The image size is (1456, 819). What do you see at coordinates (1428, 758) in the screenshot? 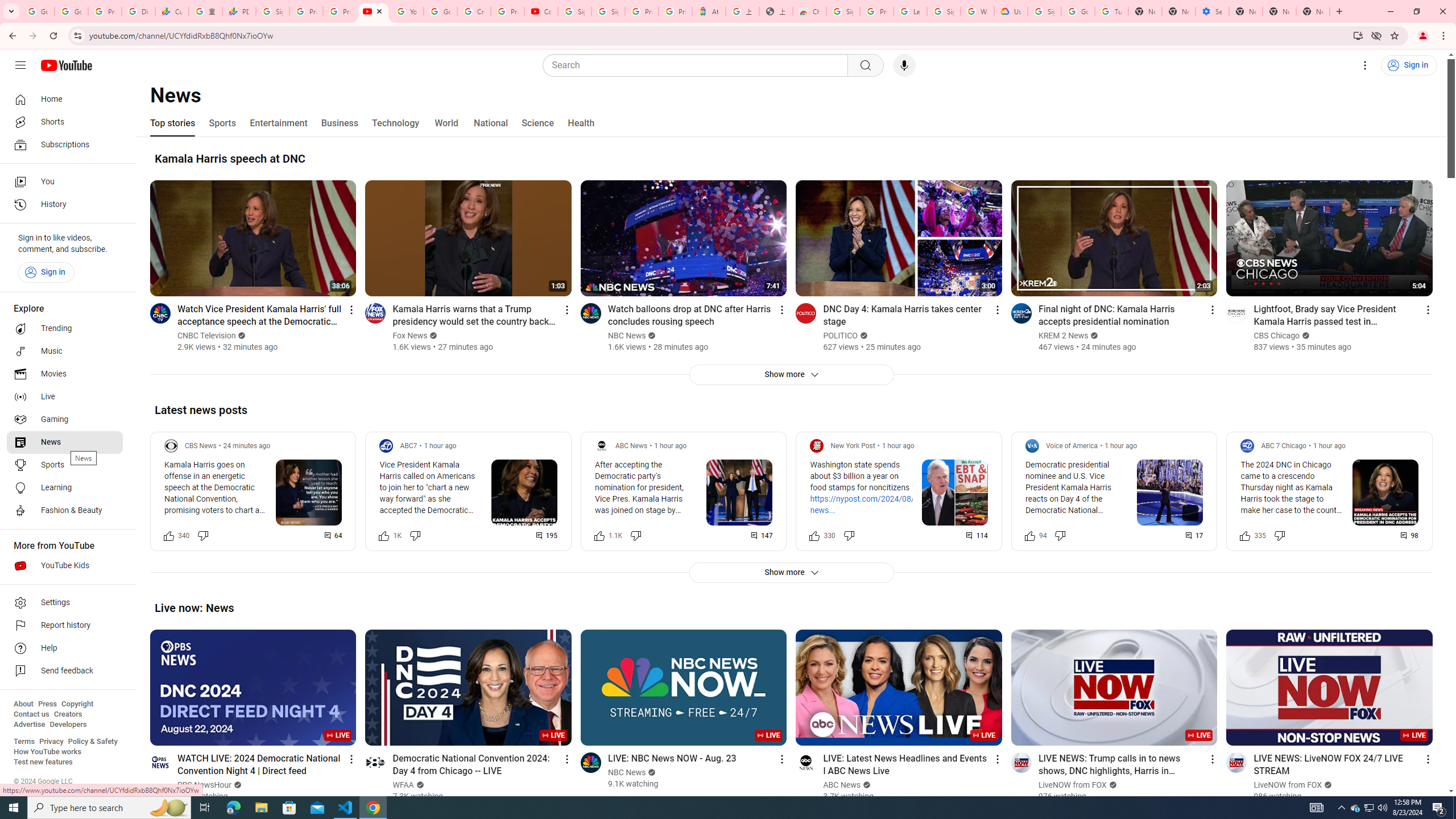
I see `'Action menu'` at bounding box center [1428, 758].